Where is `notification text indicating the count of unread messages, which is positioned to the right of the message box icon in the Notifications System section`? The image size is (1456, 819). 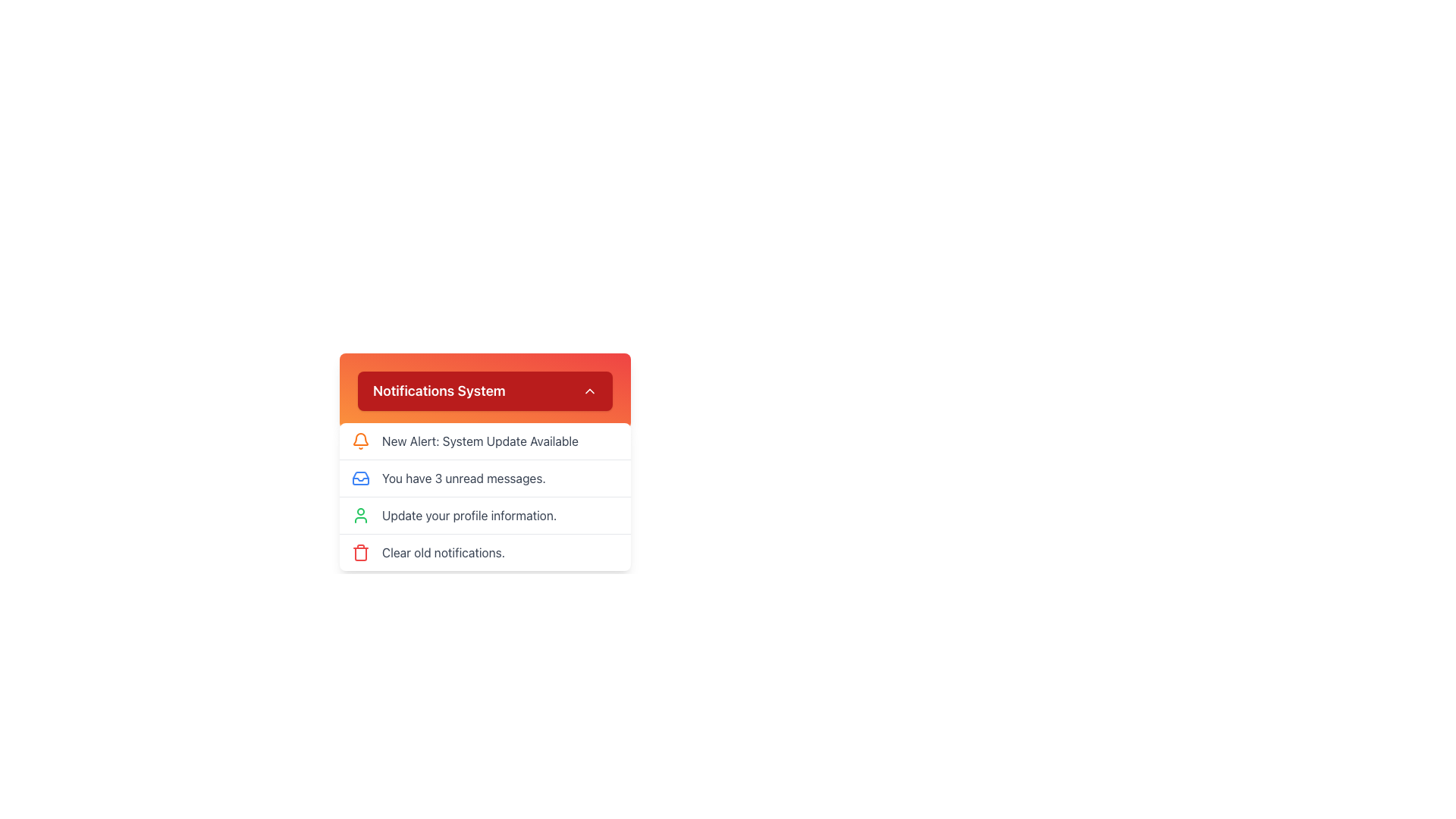 notification text indicating the count of unread messages, which is positioned to the right of the message box icon in the Notifications System section is located at coordinates (463, 479).